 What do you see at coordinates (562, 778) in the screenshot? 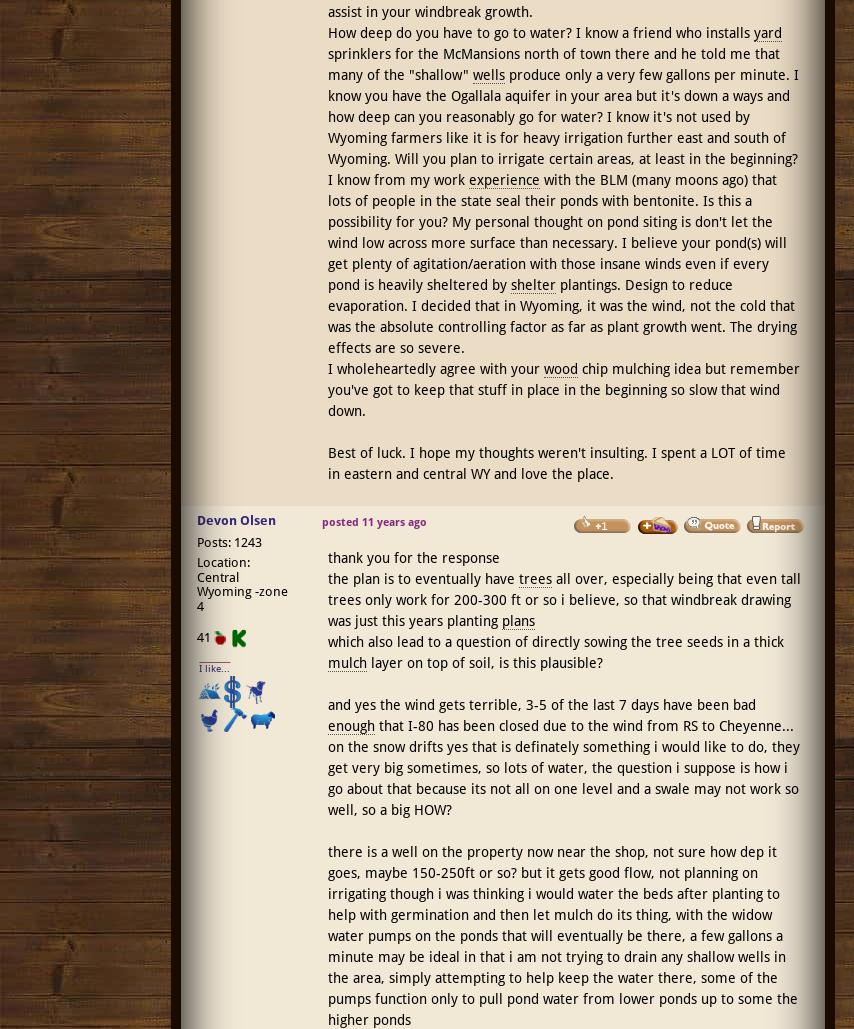
I see `'on the snow drifts yes that is definately something i would like to do, they get very big sometimes, so lots of water, the question i suppose is how i go about that because its not all on one level and a swale may not work so well, so a big HOW?'` at bounding box center [562, 778].